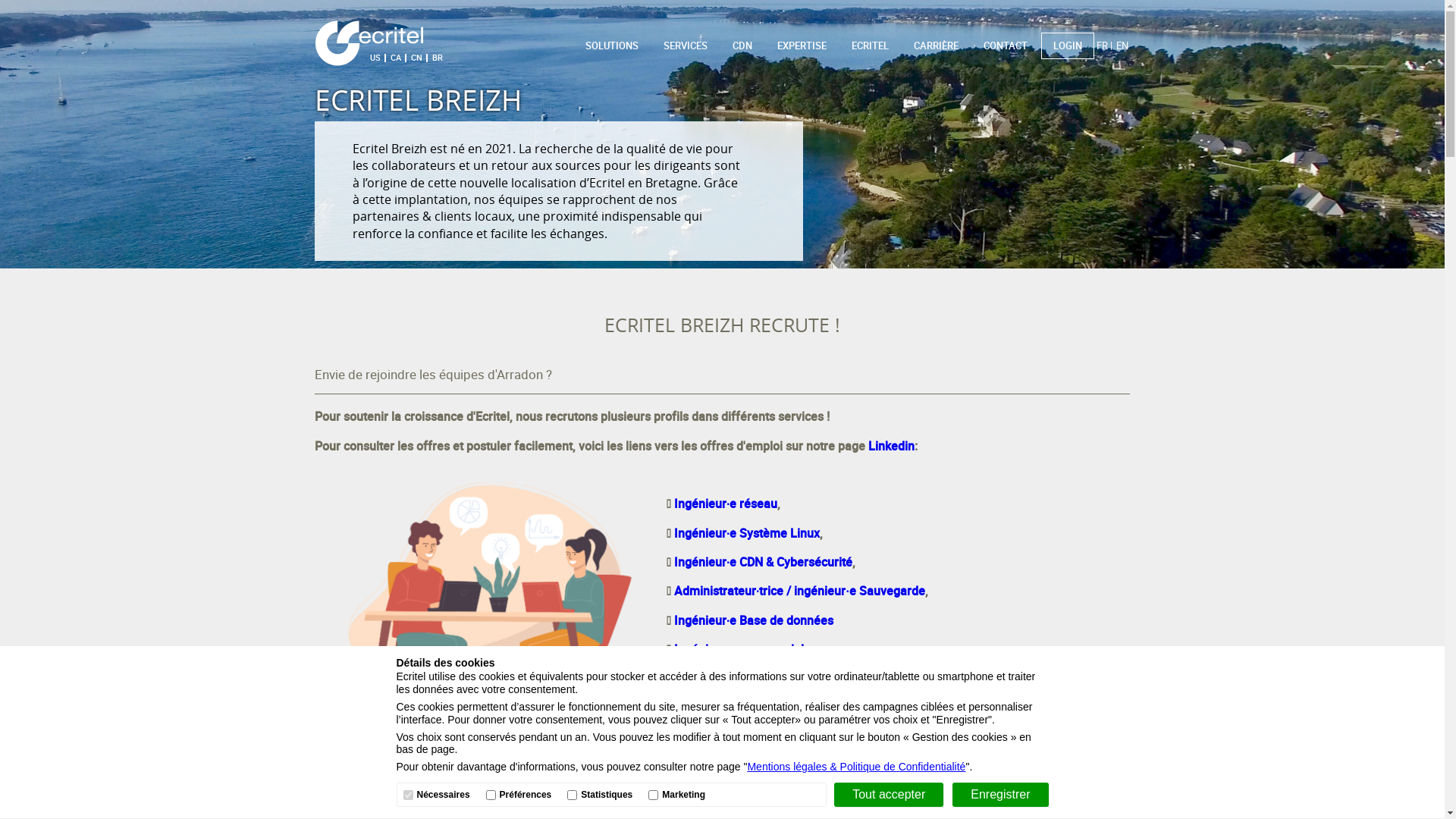  I want to click on 'ECRITEL', so click(870, 45).